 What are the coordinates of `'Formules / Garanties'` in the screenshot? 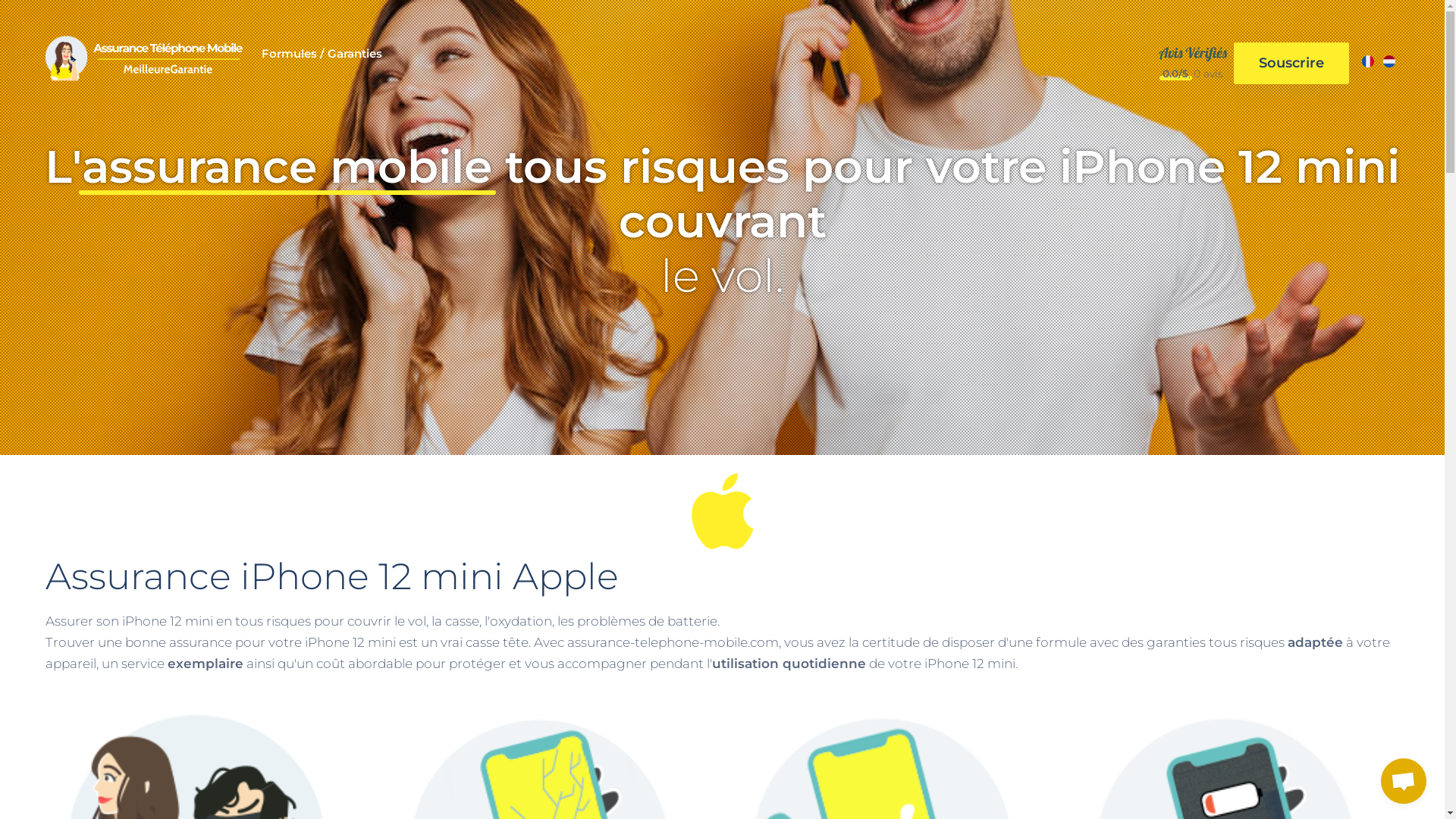 It's located at (321, 61).